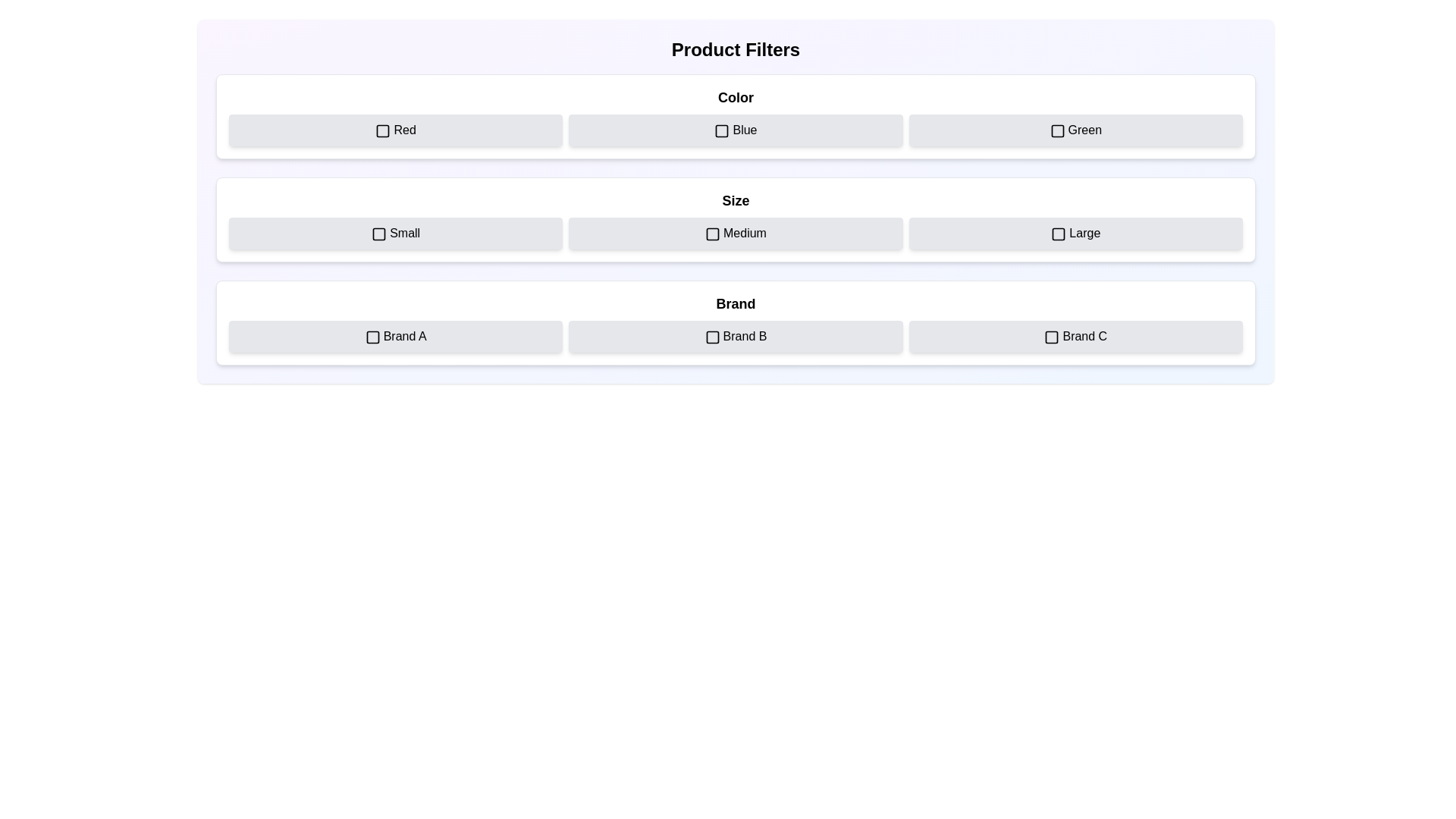  What do you see at coordinates (1075, 130) in the screenshot?
I see `the checkbox button labeled 'Green'` at bounding box center [1075, 130].